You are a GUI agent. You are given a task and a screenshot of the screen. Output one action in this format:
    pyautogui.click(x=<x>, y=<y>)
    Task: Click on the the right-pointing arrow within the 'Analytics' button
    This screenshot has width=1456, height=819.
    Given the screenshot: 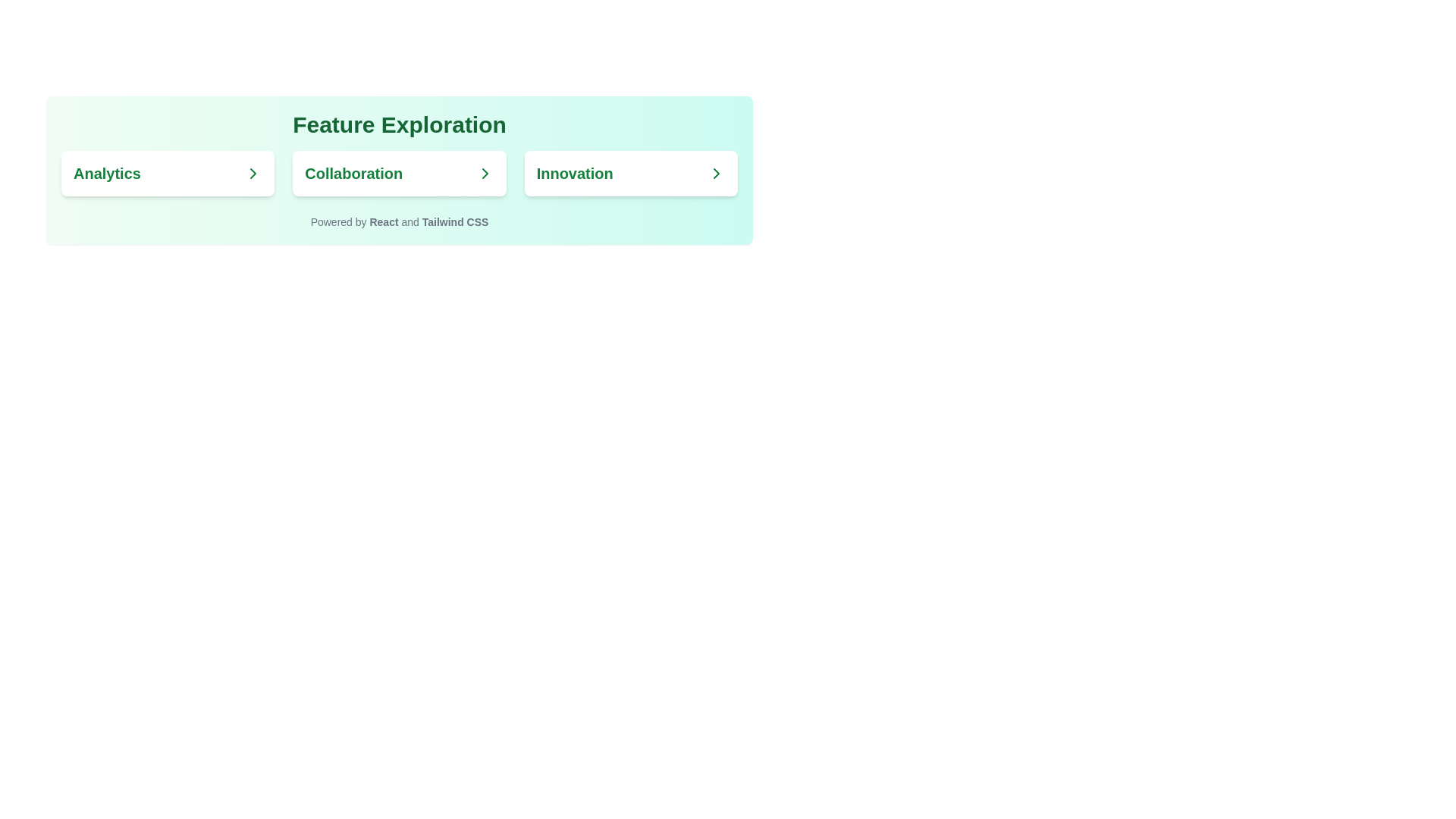 What is the action you would take?
    pyautogui.click(x=253, y=172)
    